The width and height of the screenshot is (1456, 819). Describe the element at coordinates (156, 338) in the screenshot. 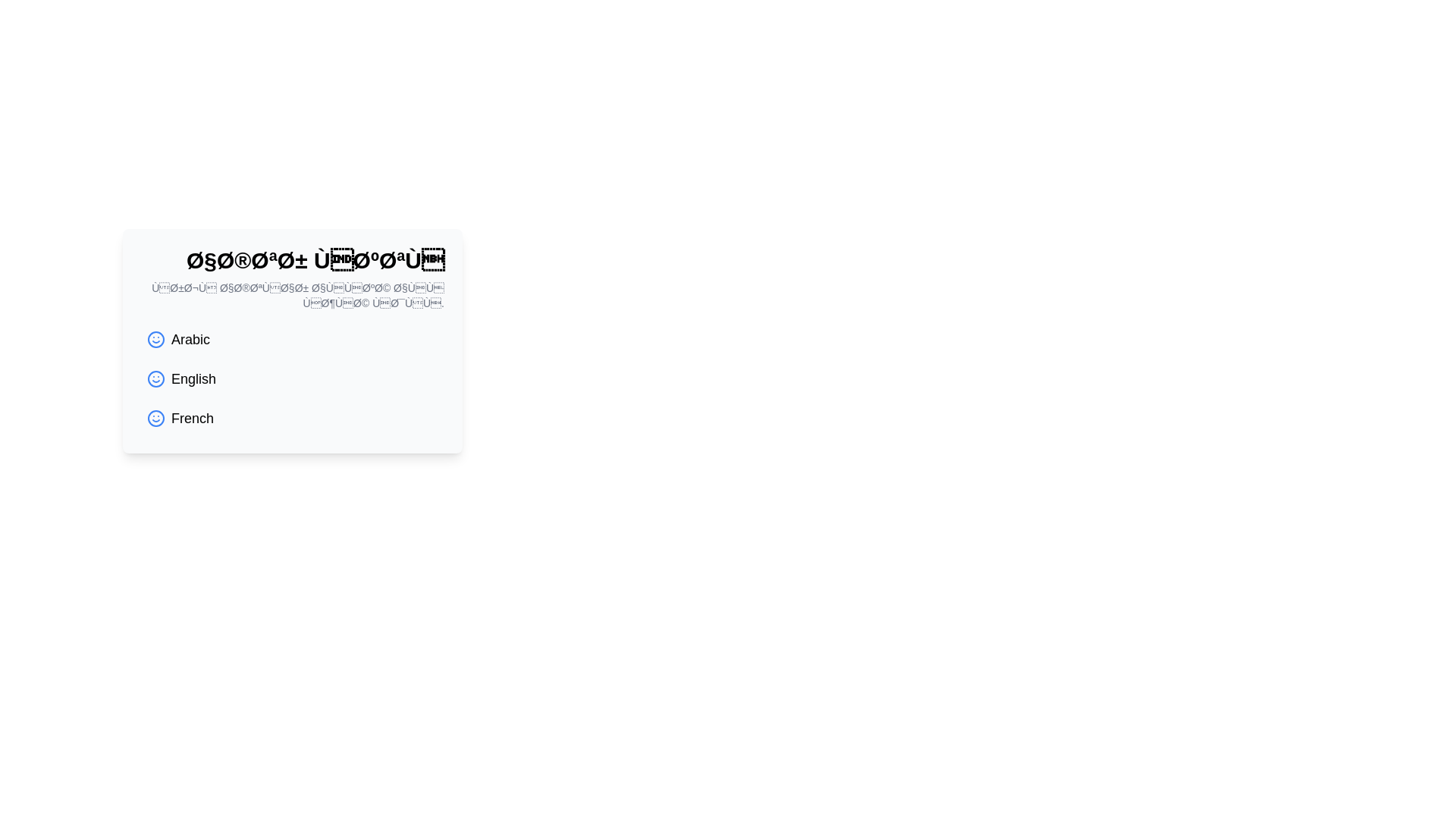

I see `the circular smiley face icon with a blue outline, positioned to the left of the text 'Arabic'` at that location.